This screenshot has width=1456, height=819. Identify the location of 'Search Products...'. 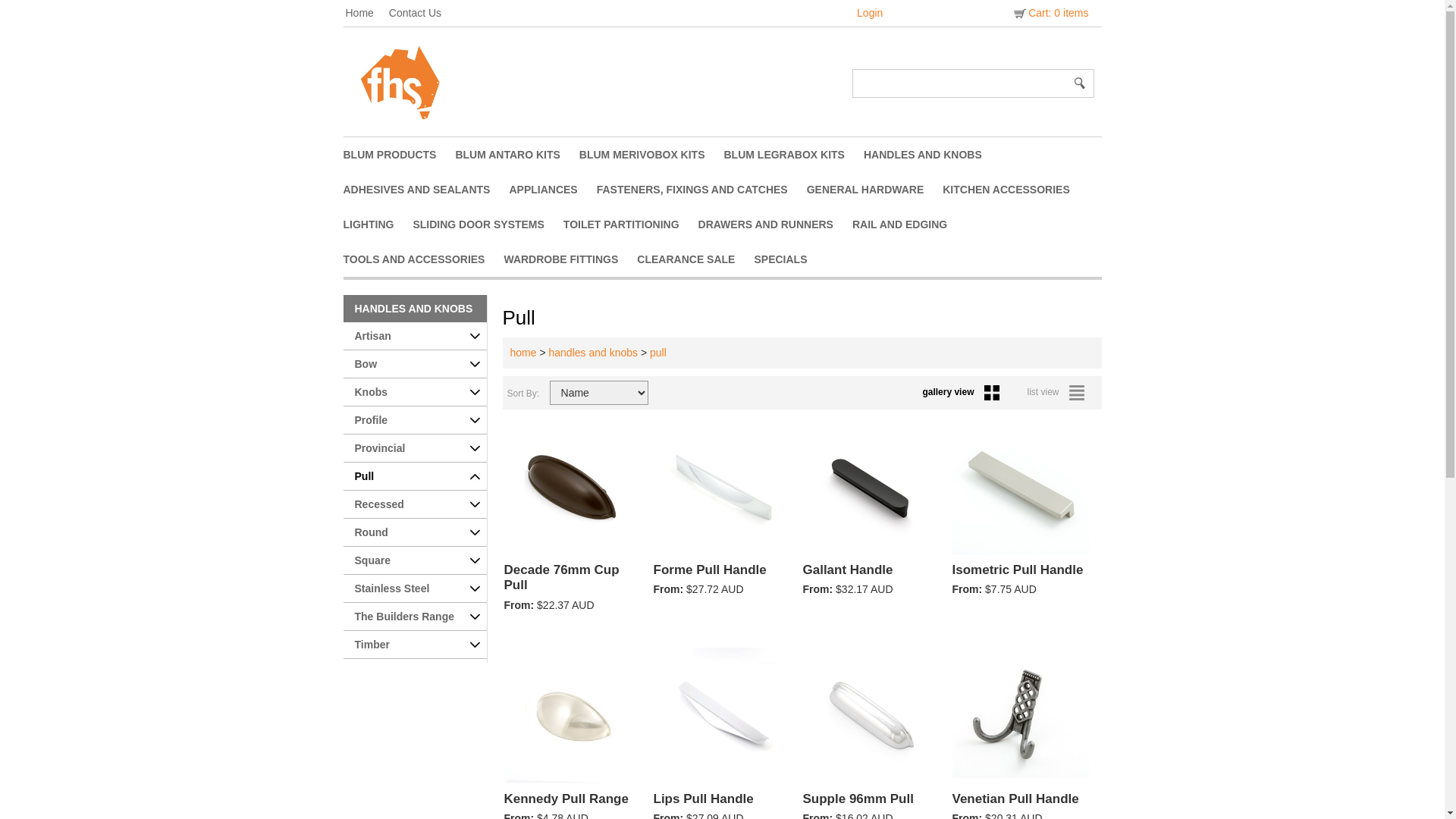
(960, 83).